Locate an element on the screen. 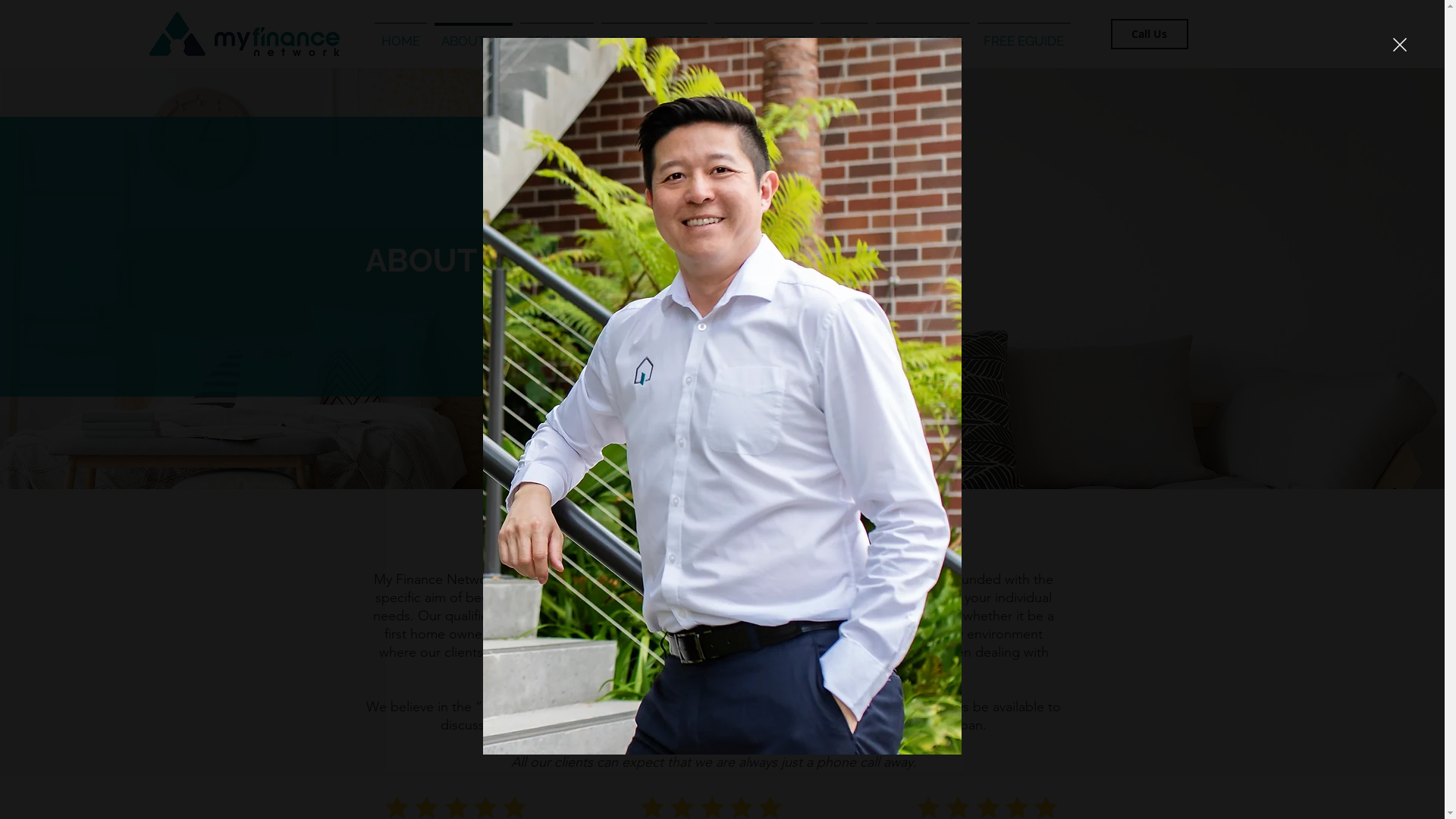  'BLOG' is located at coordinates (843, 34).